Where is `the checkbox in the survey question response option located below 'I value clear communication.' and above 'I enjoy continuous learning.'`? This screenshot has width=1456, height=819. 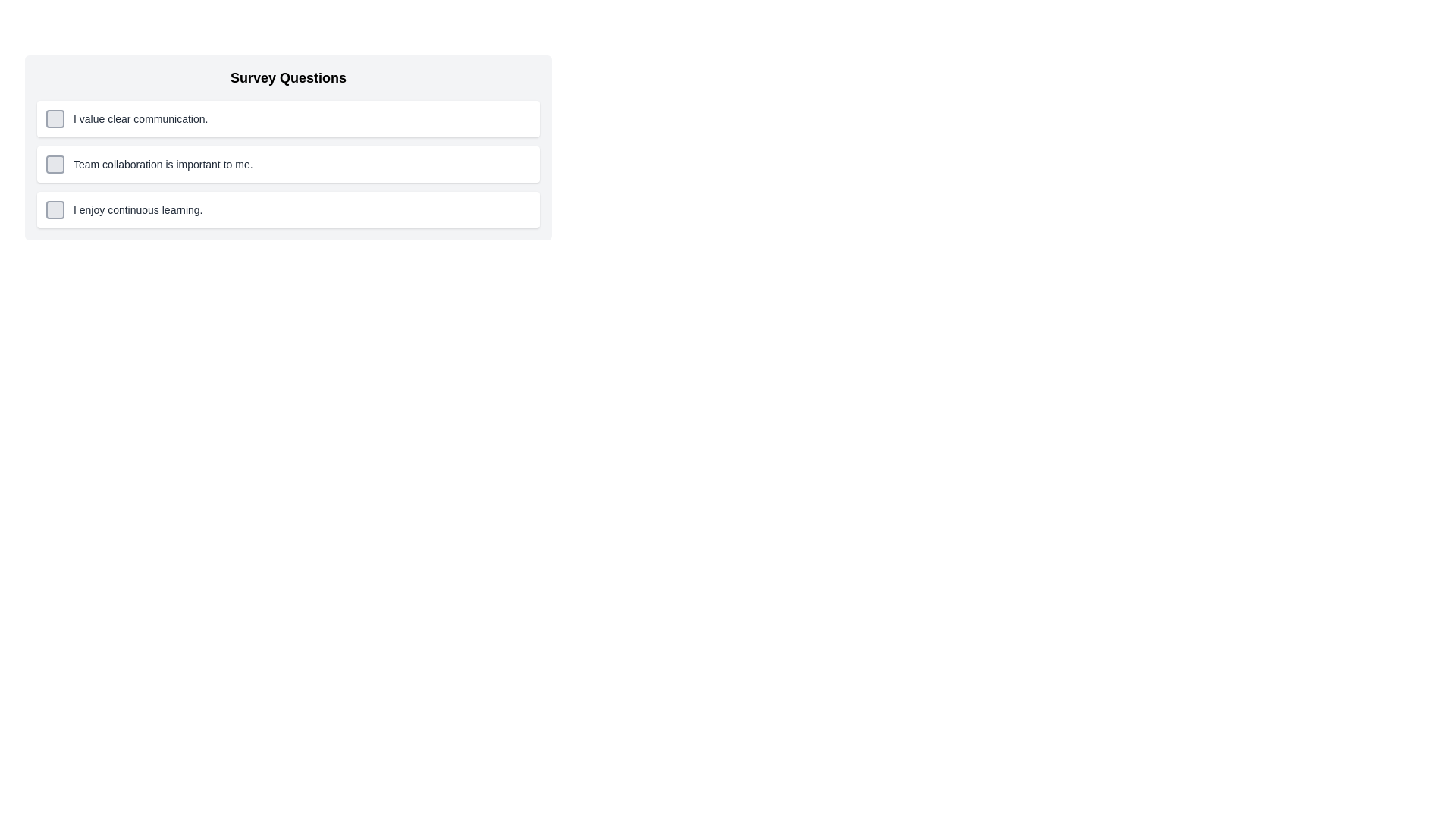
the checkbox in the survey question response option located below 'I value clear communication.' and above 'I enjoy continuous learning.' is located at coordinates (288, 164).